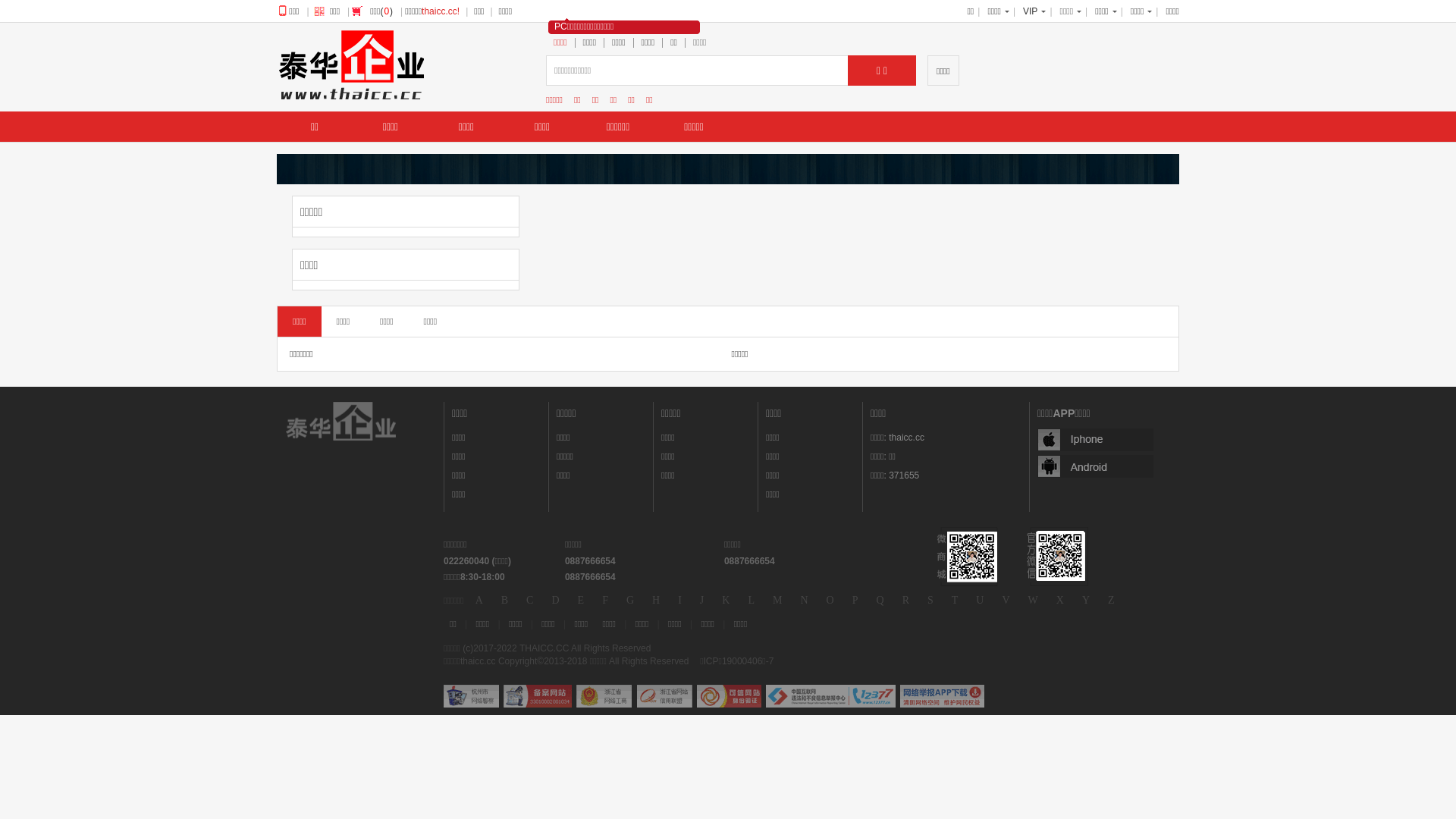 The width and height of the screenshot is (1456, 819). I want to click on 'W', so click(1032, 599).